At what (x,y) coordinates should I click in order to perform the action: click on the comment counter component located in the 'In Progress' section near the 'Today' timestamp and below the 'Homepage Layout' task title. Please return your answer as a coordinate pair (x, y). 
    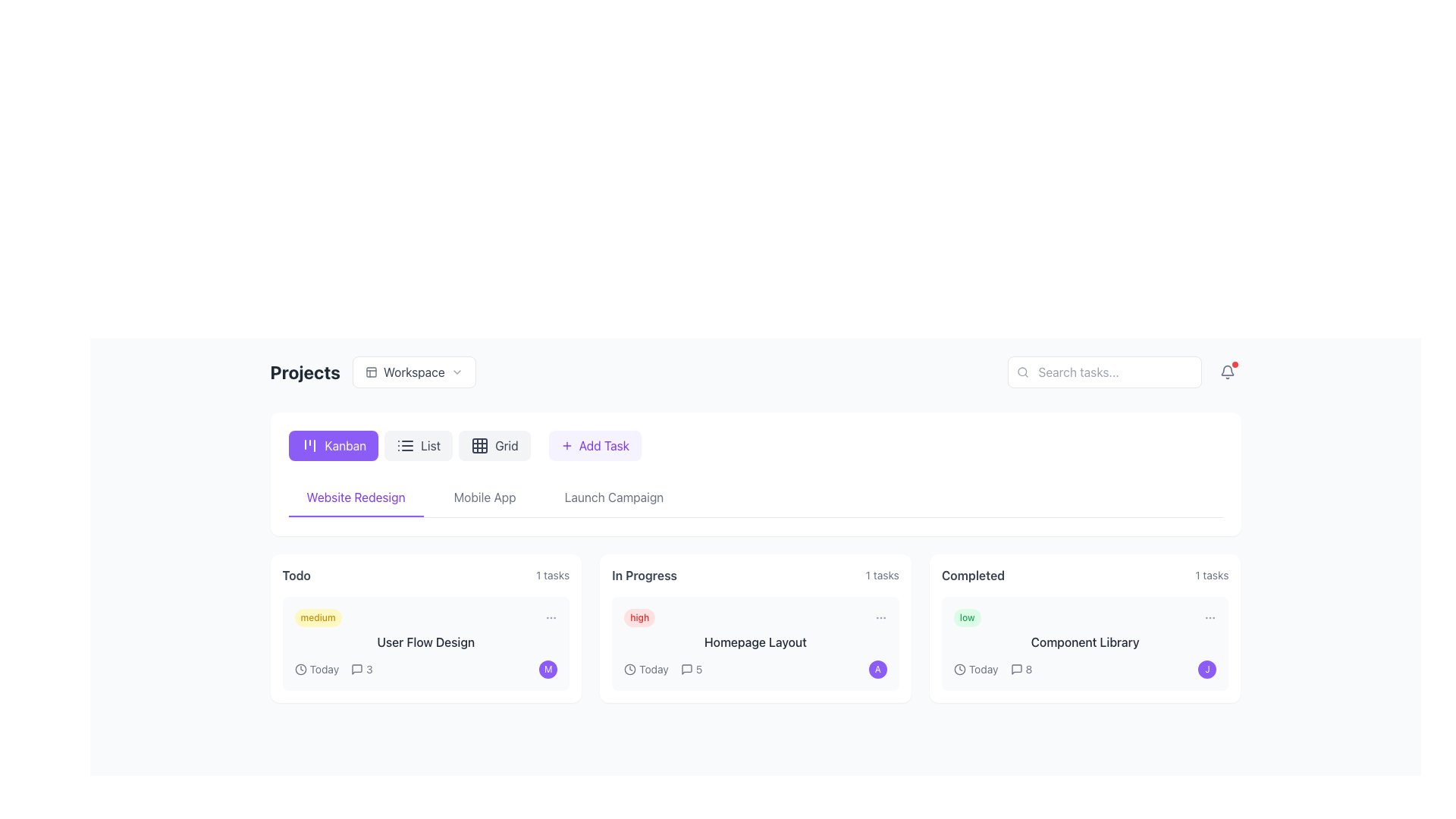
    Looking at the image, I should click on (691, 669).